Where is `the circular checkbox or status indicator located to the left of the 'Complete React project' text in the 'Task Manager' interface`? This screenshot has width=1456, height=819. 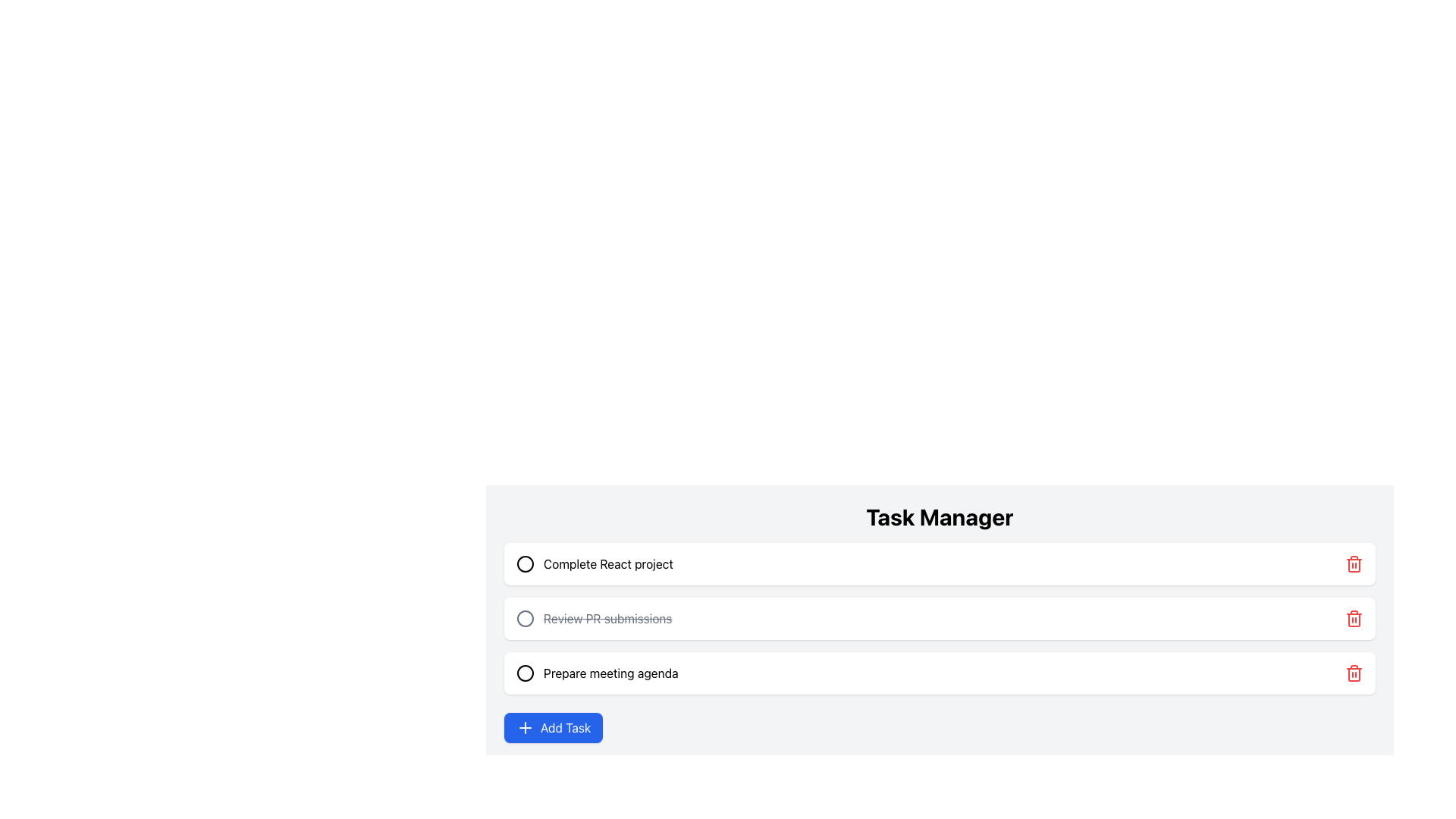
the circular checkbox or status indicator located to the left of the 'Complete React project' text in the 'Task Manager' interface is located at coordinates (525, 564).